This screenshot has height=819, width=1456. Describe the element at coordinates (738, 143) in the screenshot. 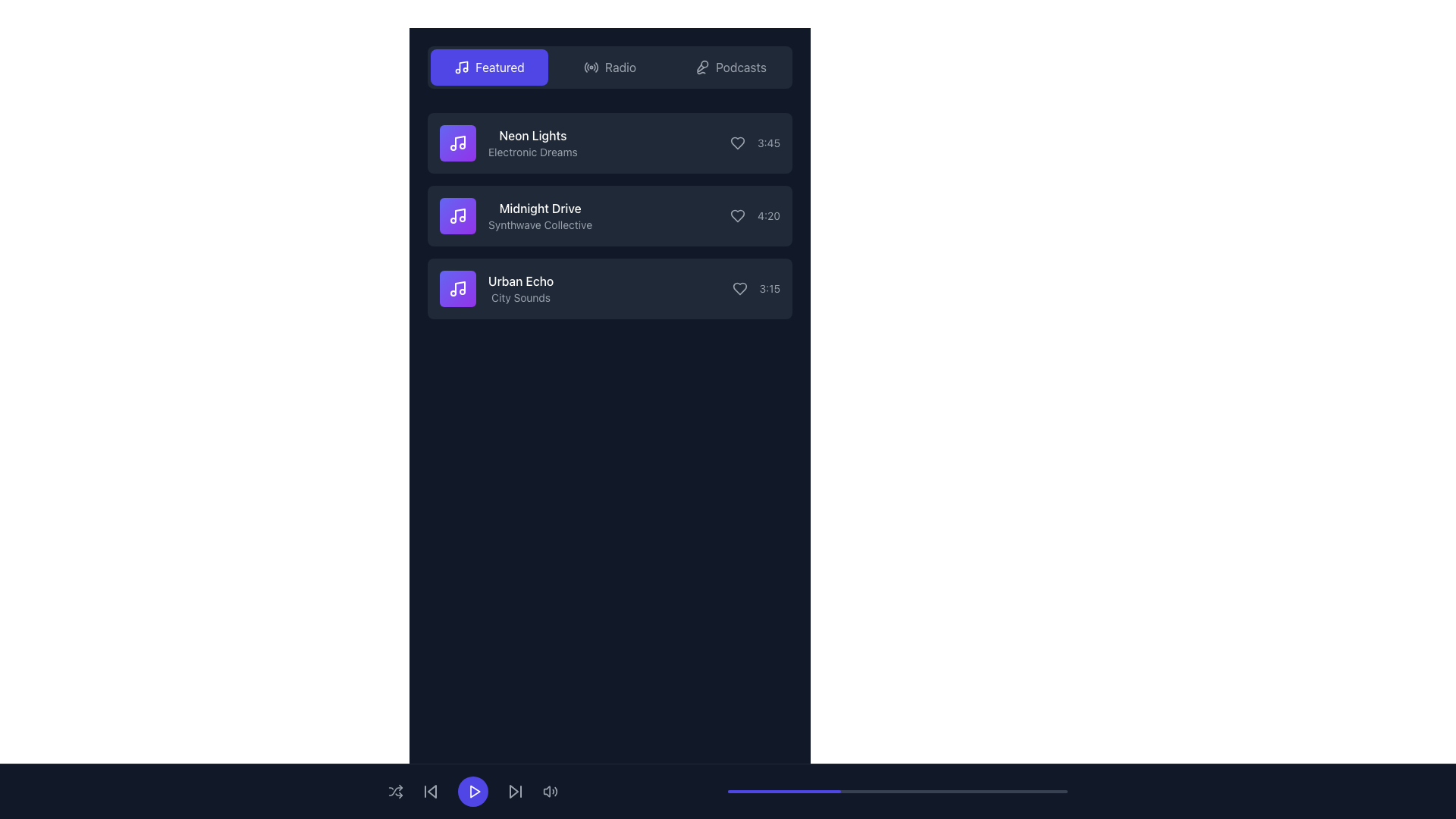

I see `the heart-shaped favorite button located to the left of the time indicator '3:45' associated with the song 'Neon Lights'` at that location.